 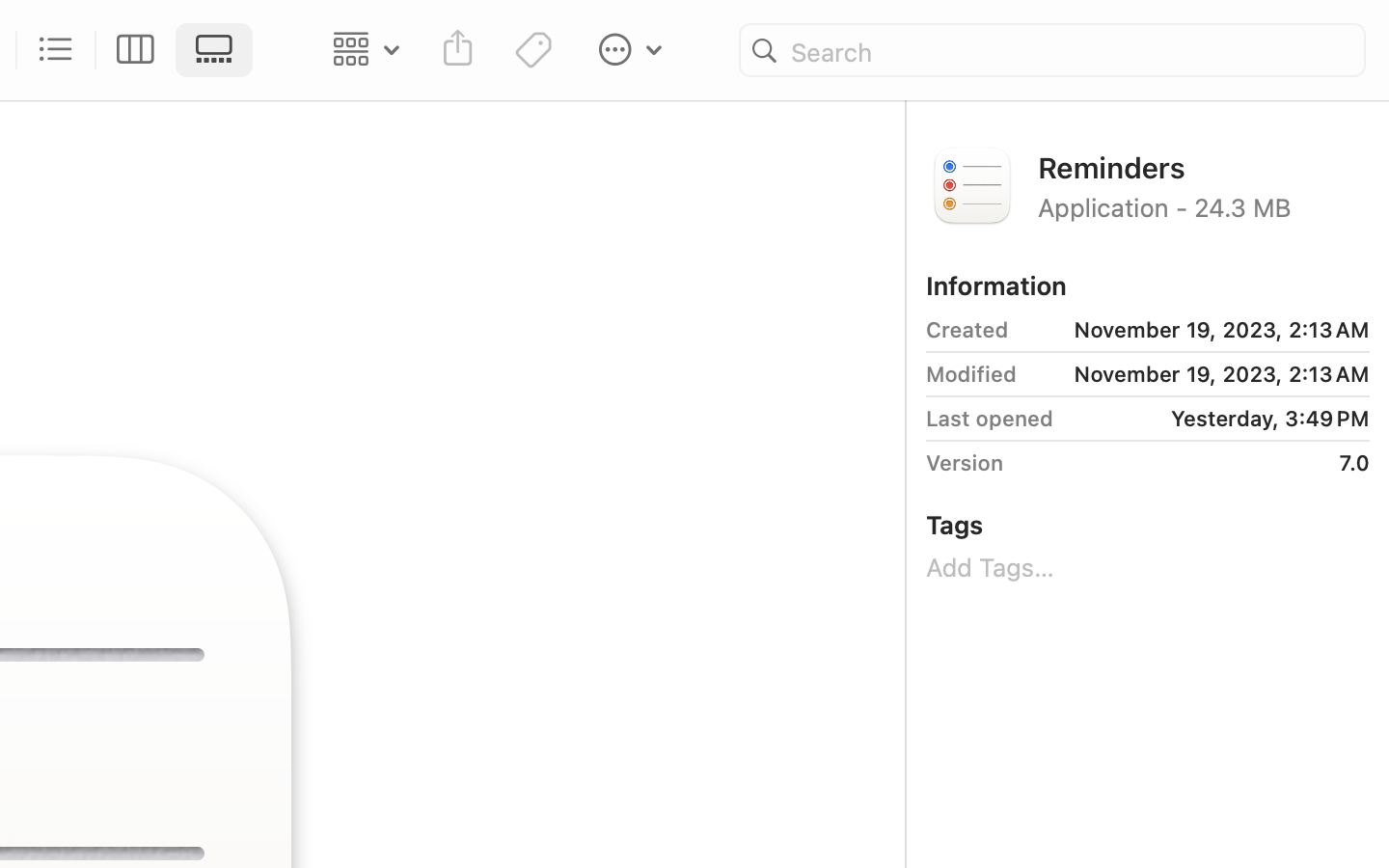 I want to click on 'Yesterday, 3:49 PM', so click(x=1218, y=418).